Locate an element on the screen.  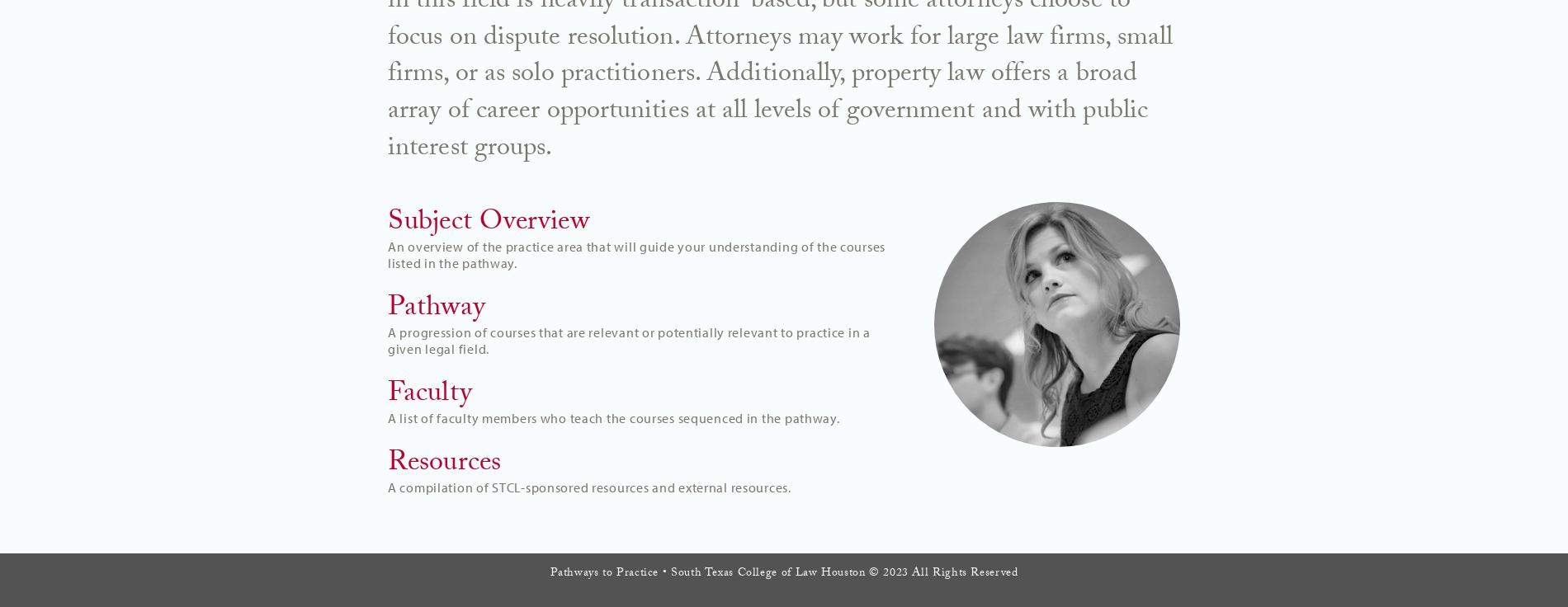
'An overview of the practice area that will guide your understanding of the courses listed in the pathway.' is located at coordinates (635, 253).